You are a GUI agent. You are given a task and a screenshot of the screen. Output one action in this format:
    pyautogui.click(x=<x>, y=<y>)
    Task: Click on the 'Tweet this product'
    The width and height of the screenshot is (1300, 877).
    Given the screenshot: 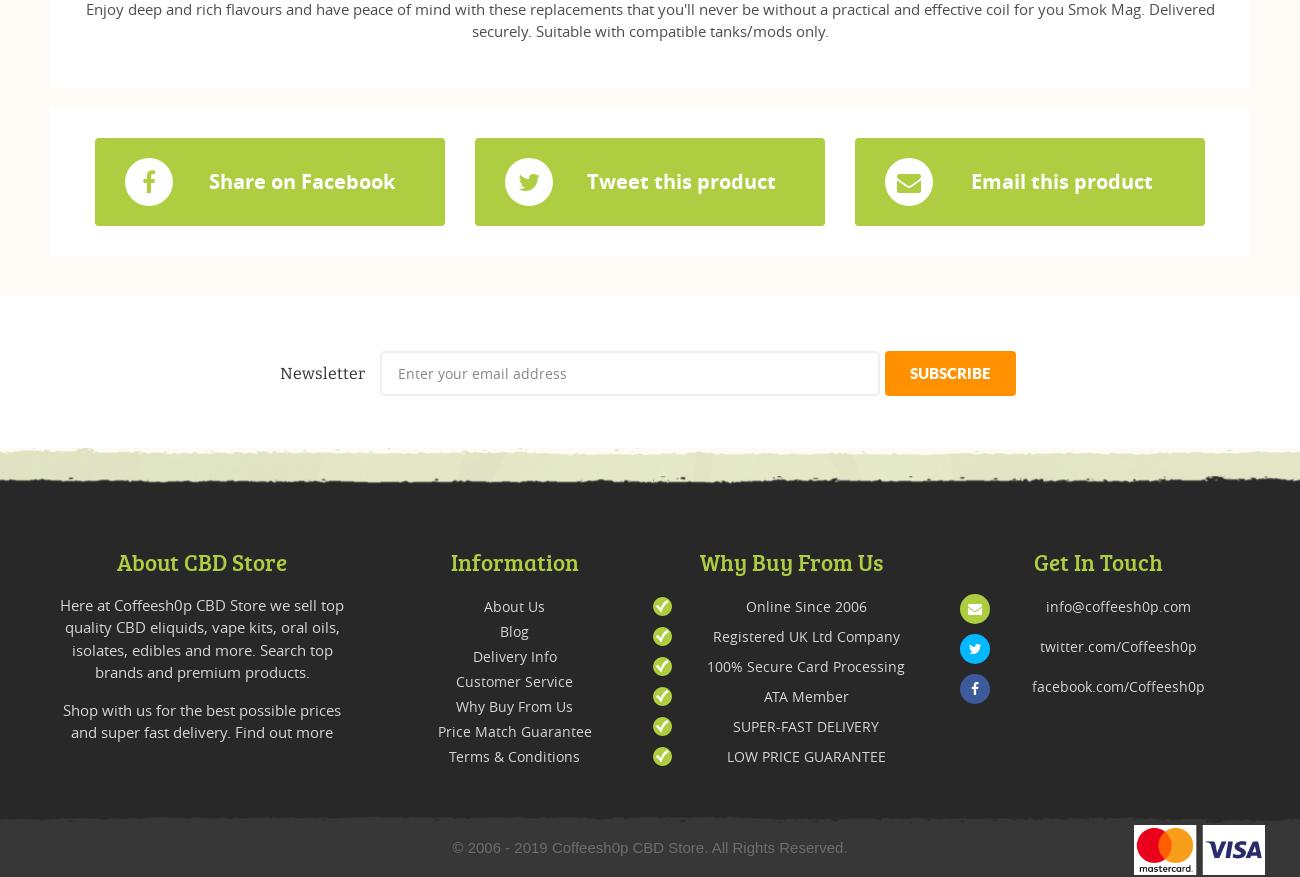 What is the action you would take?
    pyautogui.click(x=680, y=180)
    